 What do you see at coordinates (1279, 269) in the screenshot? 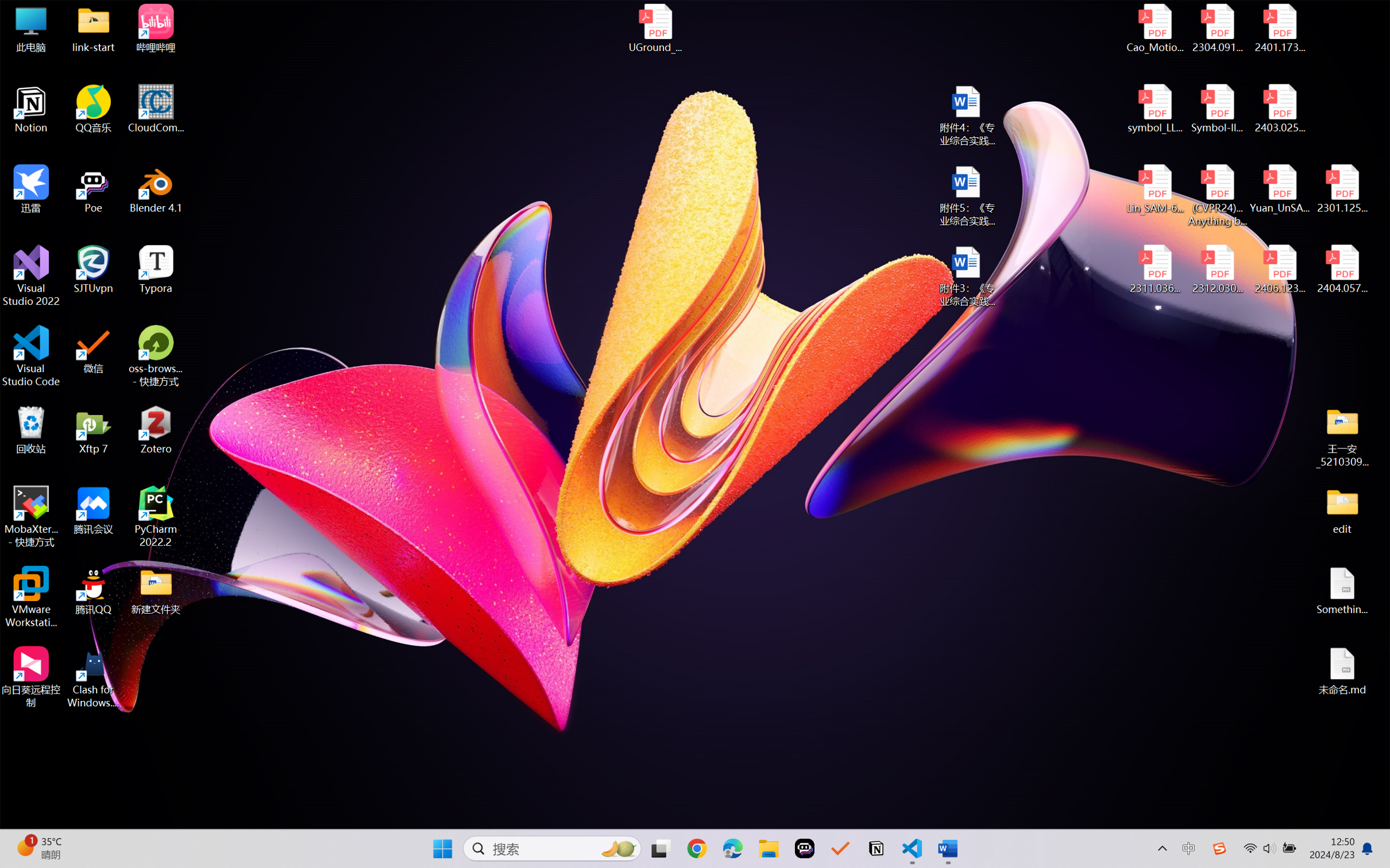
I see `'2406.12373v2.pdf'` at bounding box center [1279, 269].